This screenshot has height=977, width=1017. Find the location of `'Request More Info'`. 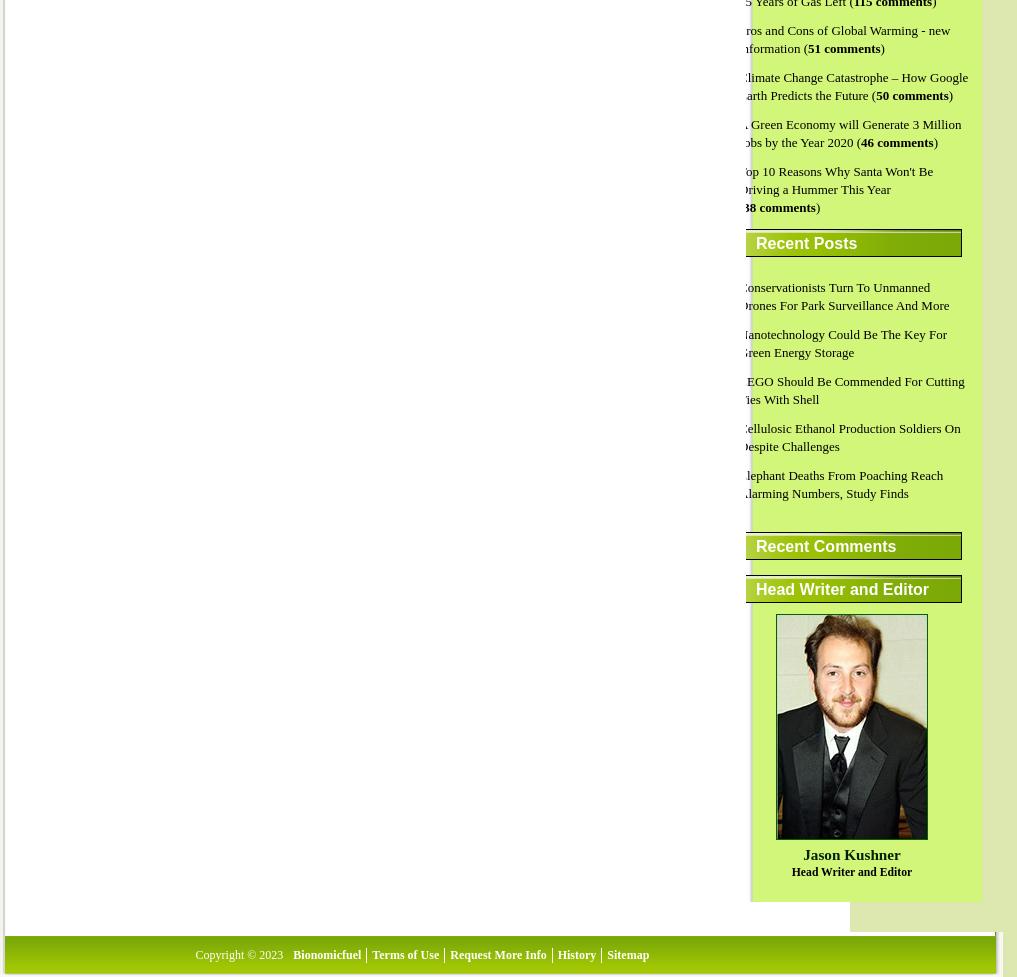

'Request More Info' is located at coordinates (497, 953).